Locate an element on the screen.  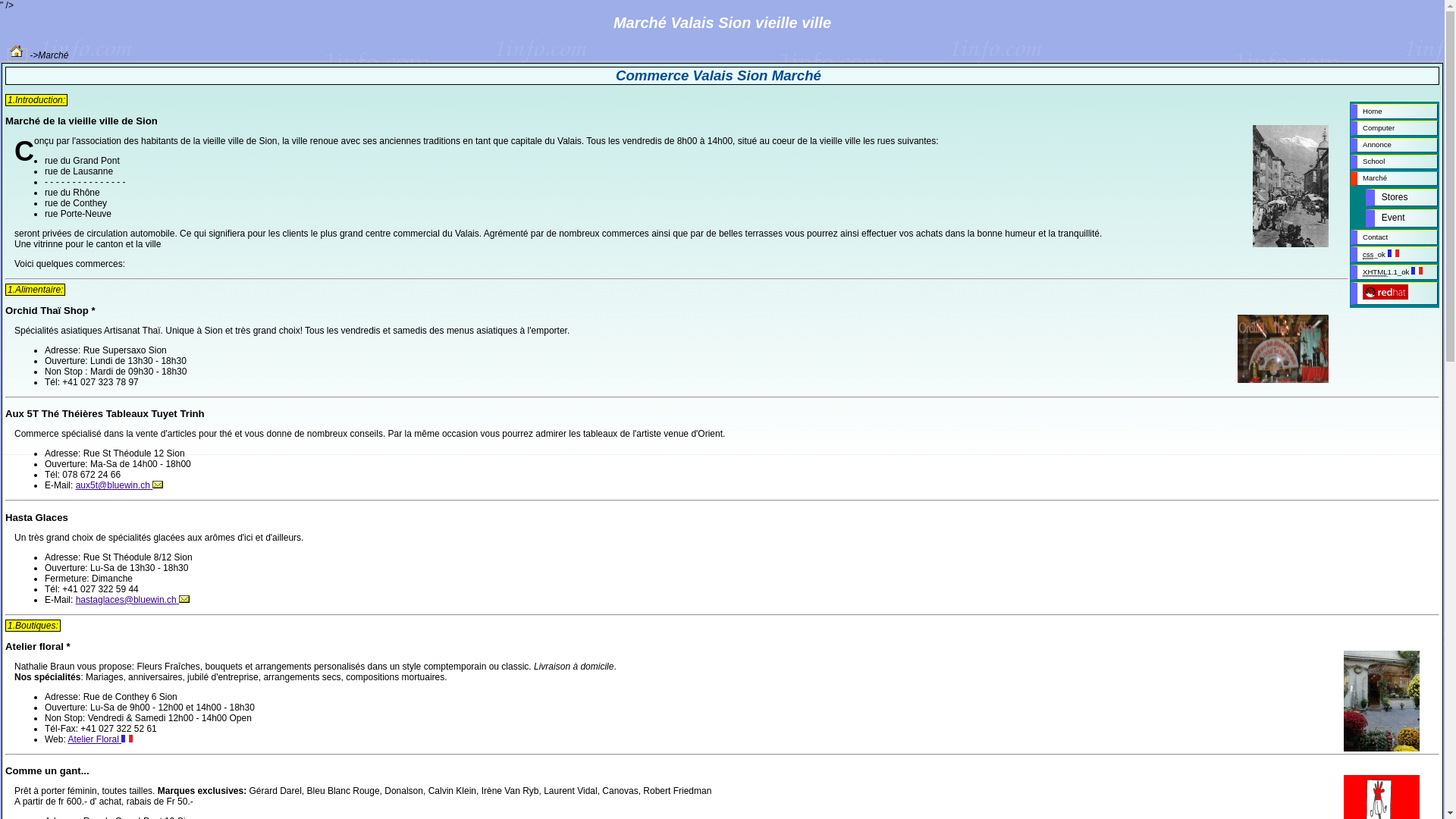
'School' is located at coordinates (1394, 162).